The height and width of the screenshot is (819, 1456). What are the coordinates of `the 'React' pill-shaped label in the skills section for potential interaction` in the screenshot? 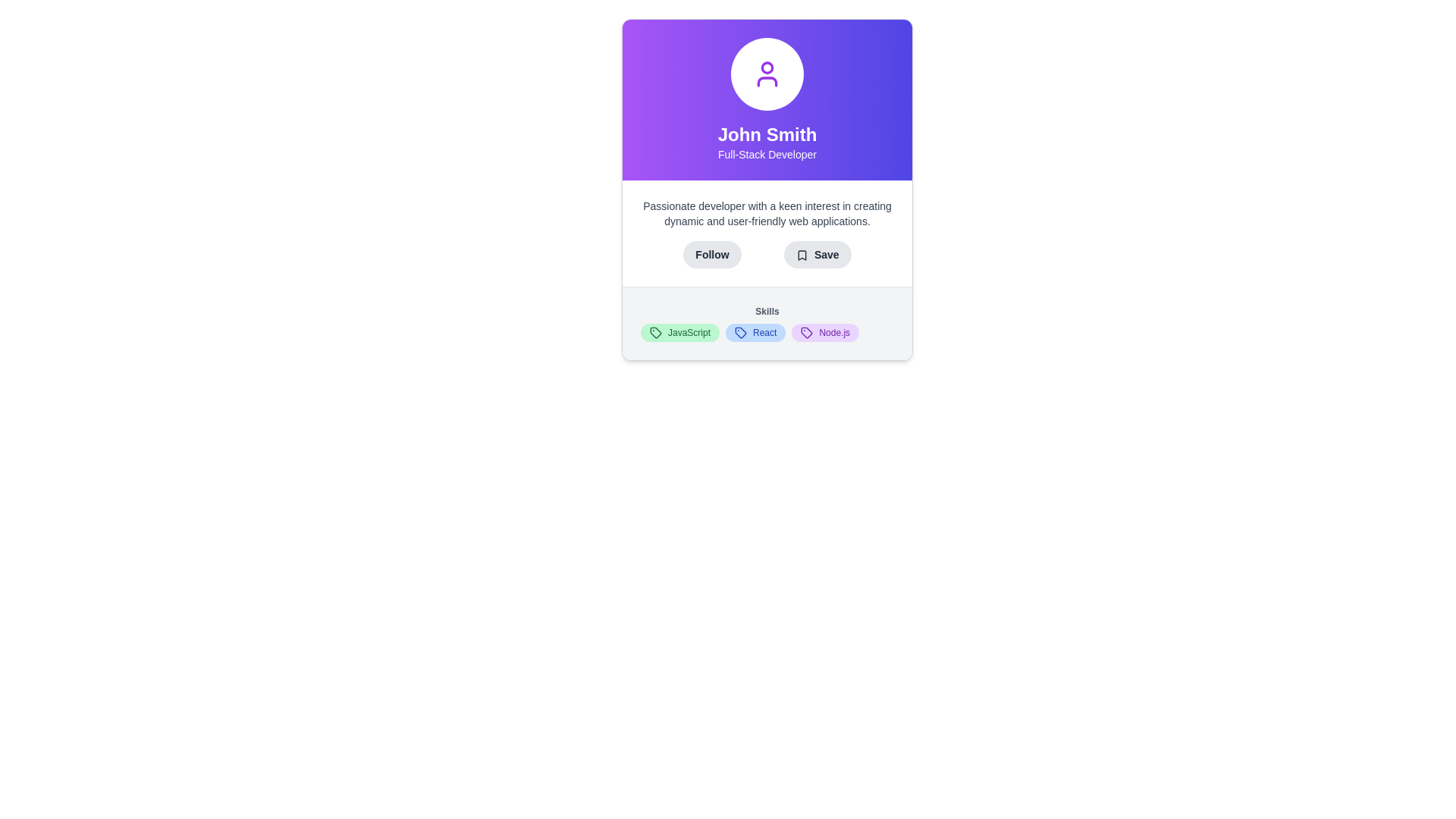 It's located at (767, 332).